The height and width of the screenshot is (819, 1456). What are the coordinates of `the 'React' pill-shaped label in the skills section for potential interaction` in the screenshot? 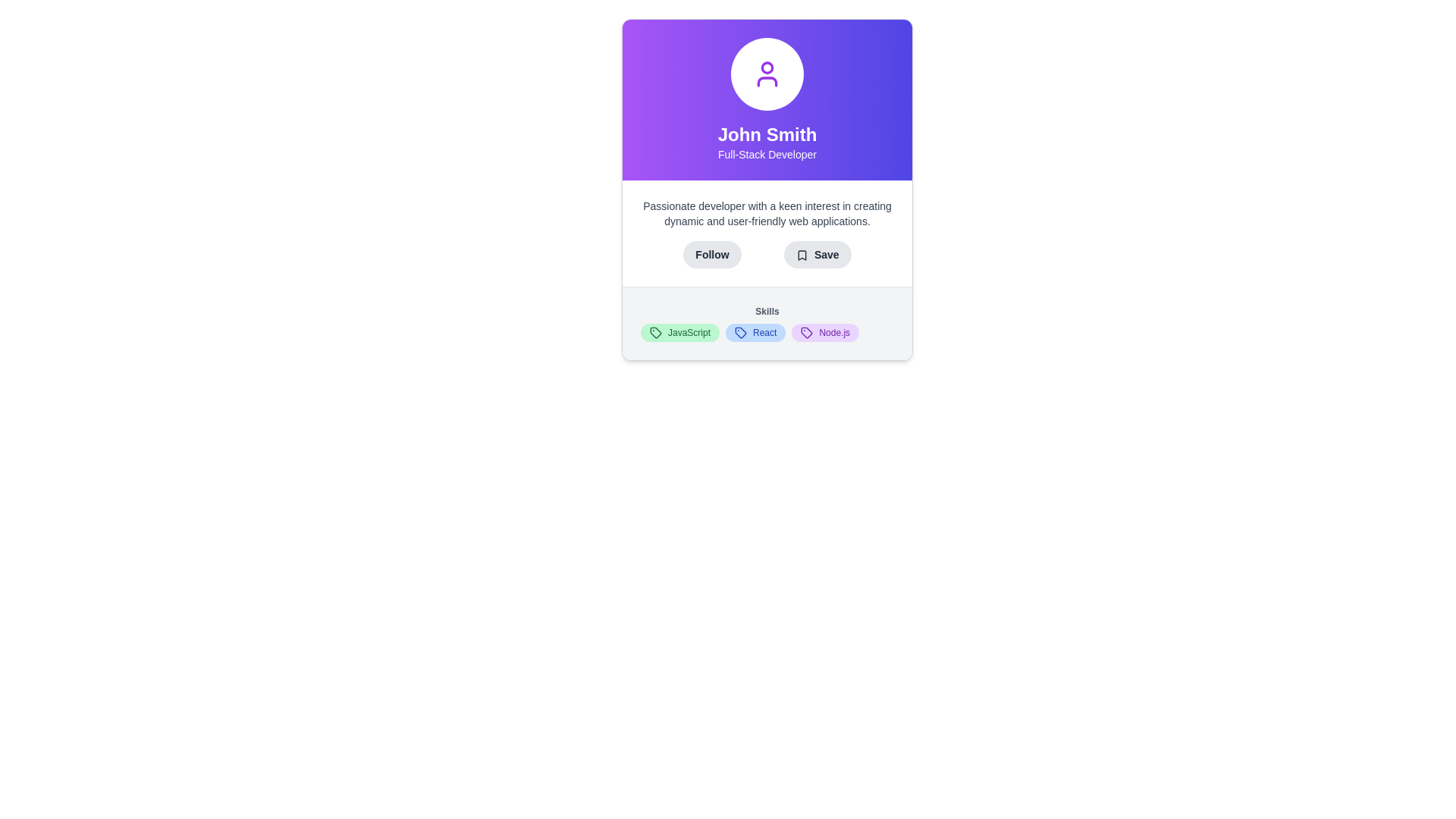 It's located at (767, 332).